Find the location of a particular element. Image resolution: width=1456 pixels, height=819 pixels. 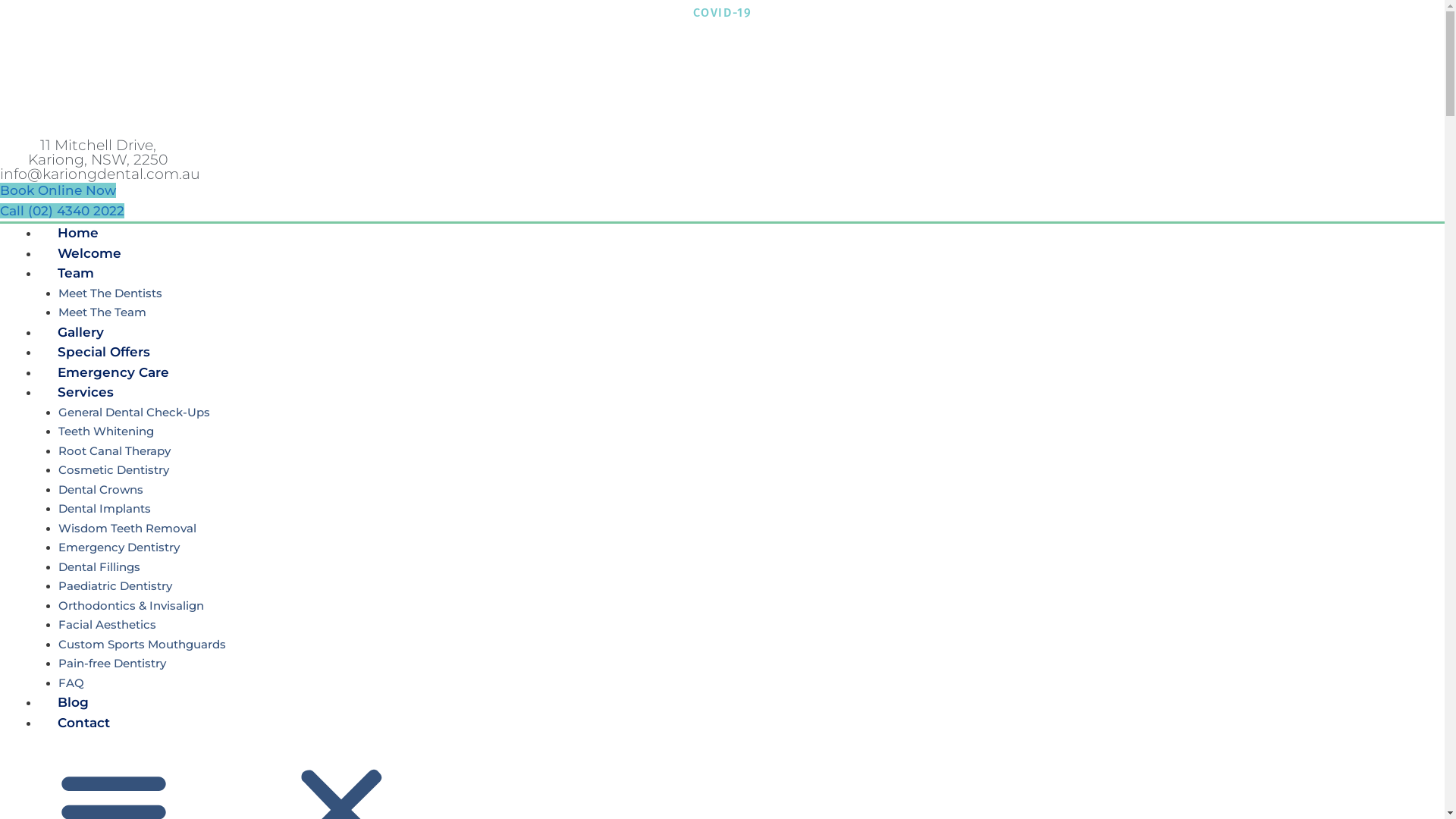

'General Dental Check-Ups' is located at coordinates (133, 412).